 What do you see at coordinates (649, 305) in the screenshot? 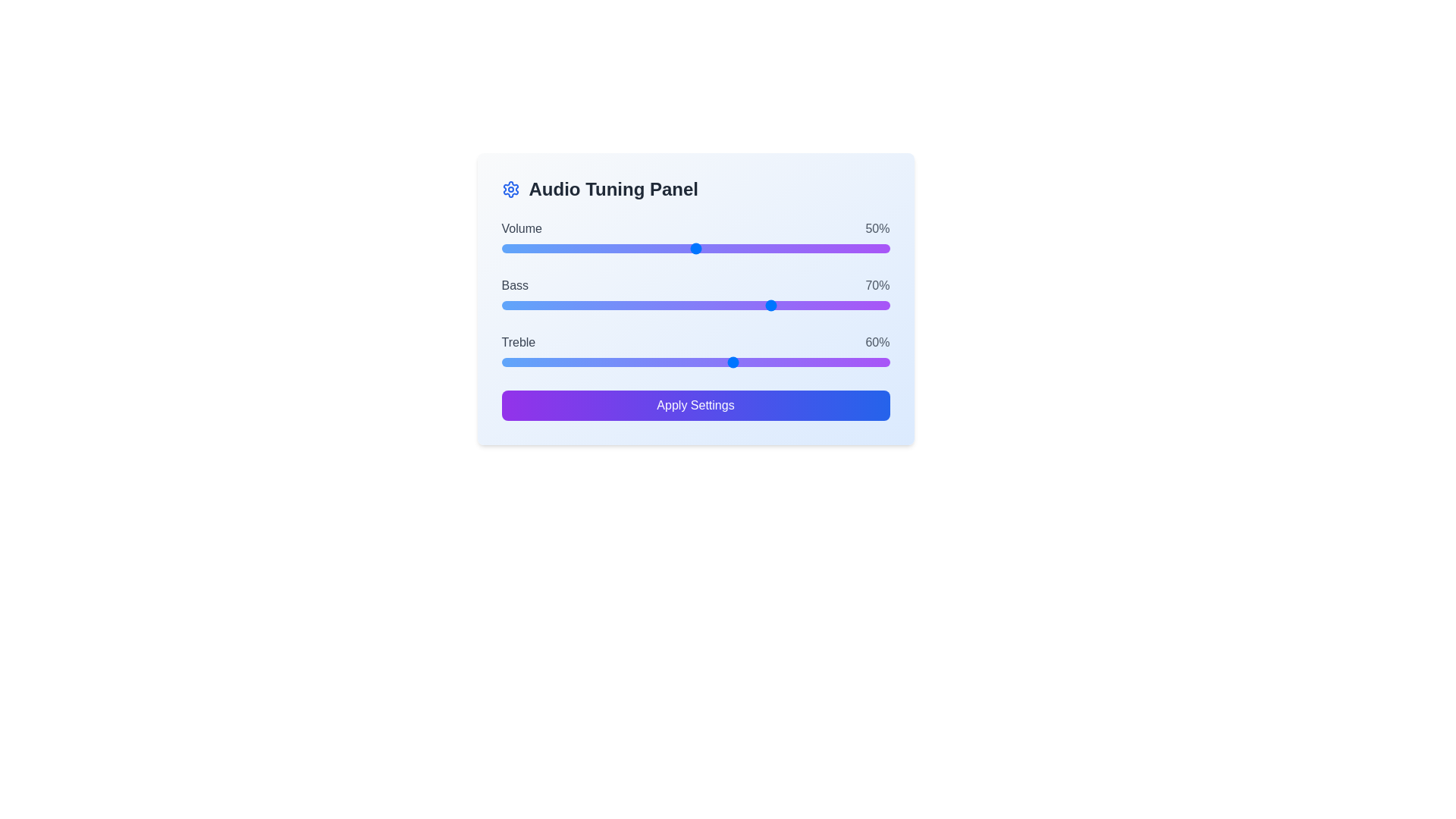
I see `the bass level` at bounding box center [649, 305].